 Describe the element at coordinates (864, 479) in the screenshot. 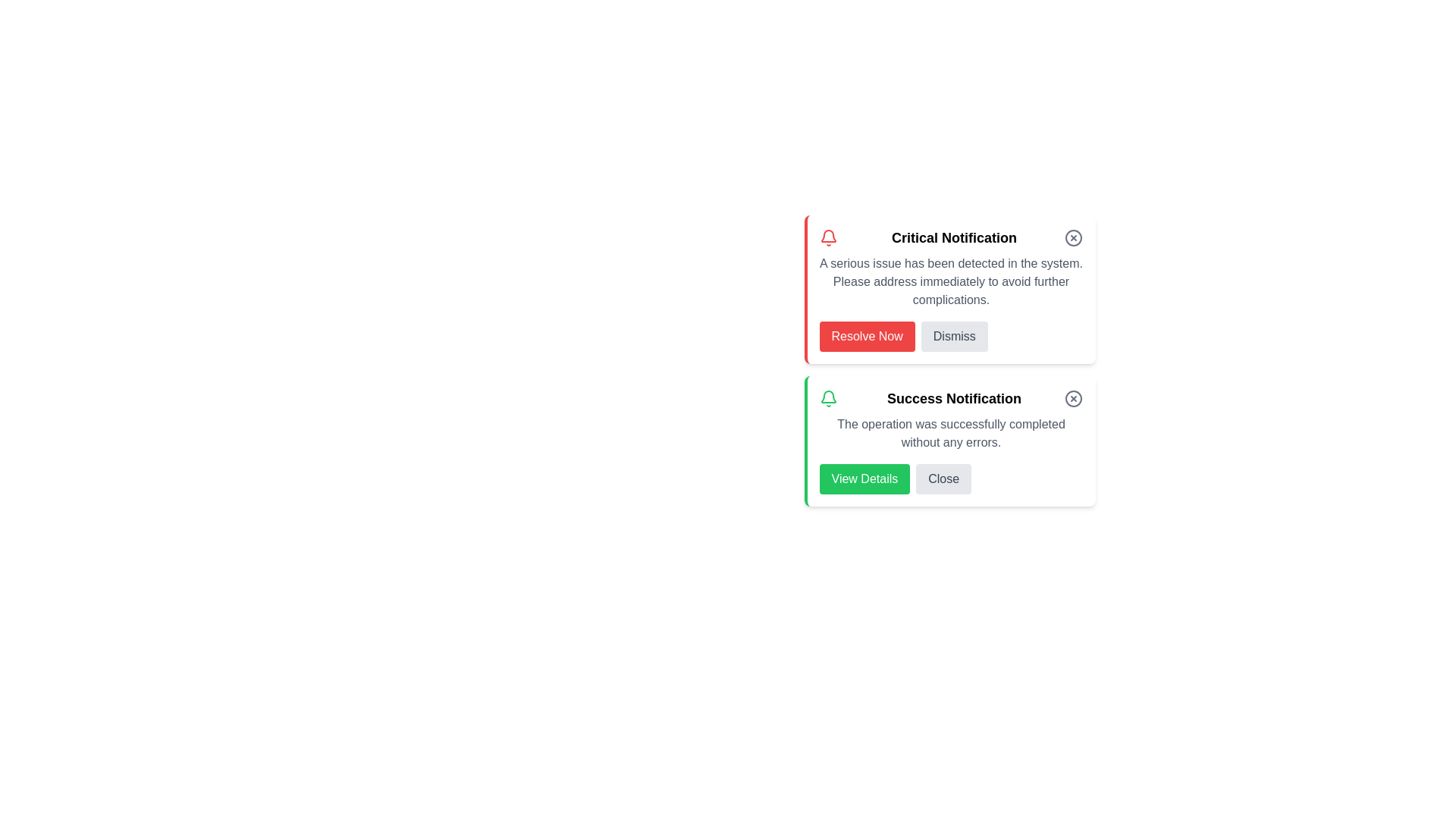

I see `the 'View Details' button with a green background and white text` at that location.